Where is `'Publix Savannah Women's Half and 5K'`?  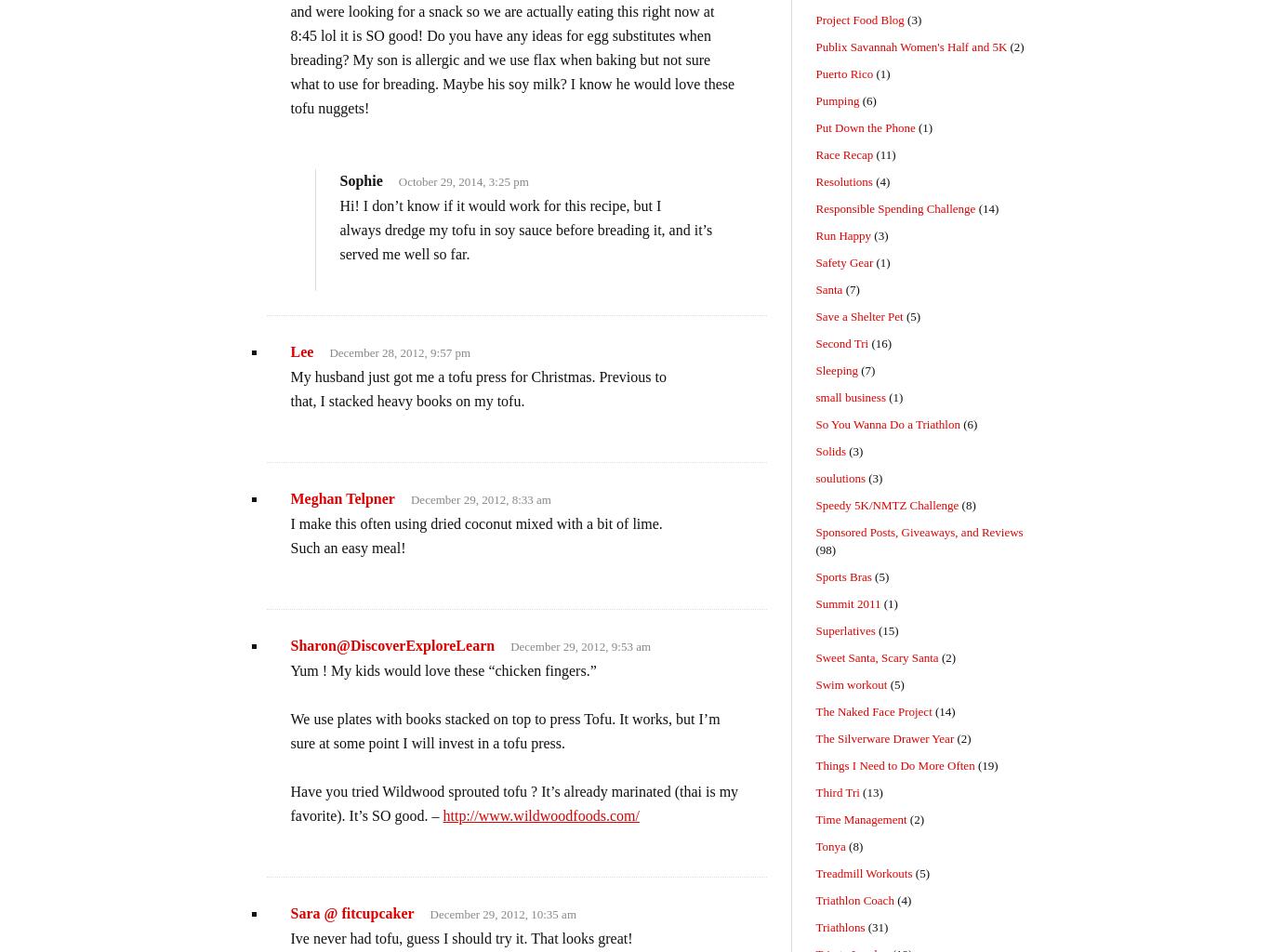 'Publix Savannah Women's Half and 5K' is located at coordinates (910, 46).